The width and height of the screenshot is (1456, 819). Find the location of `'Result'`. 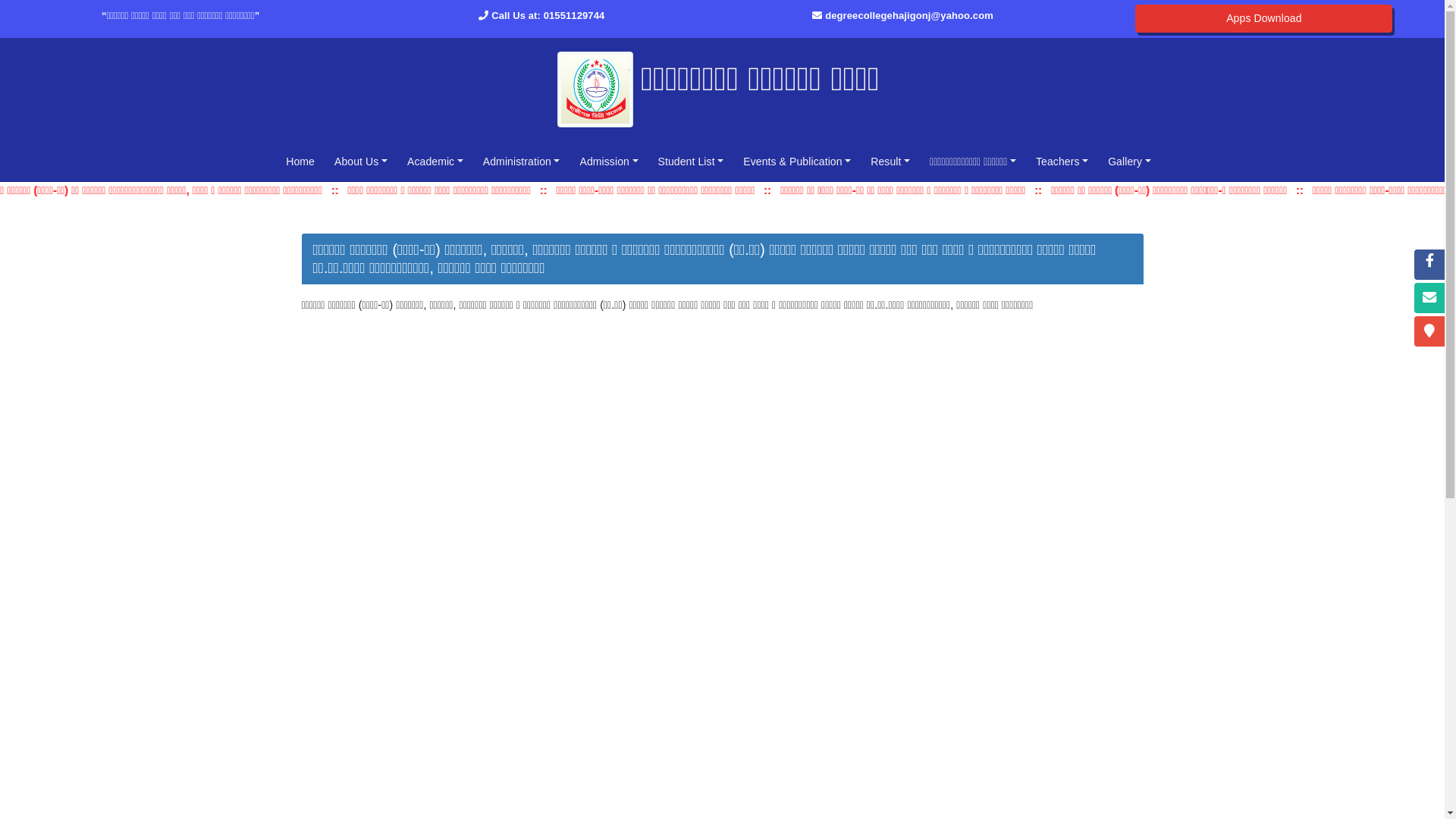

'Result' is located at coordinates (890, 161).